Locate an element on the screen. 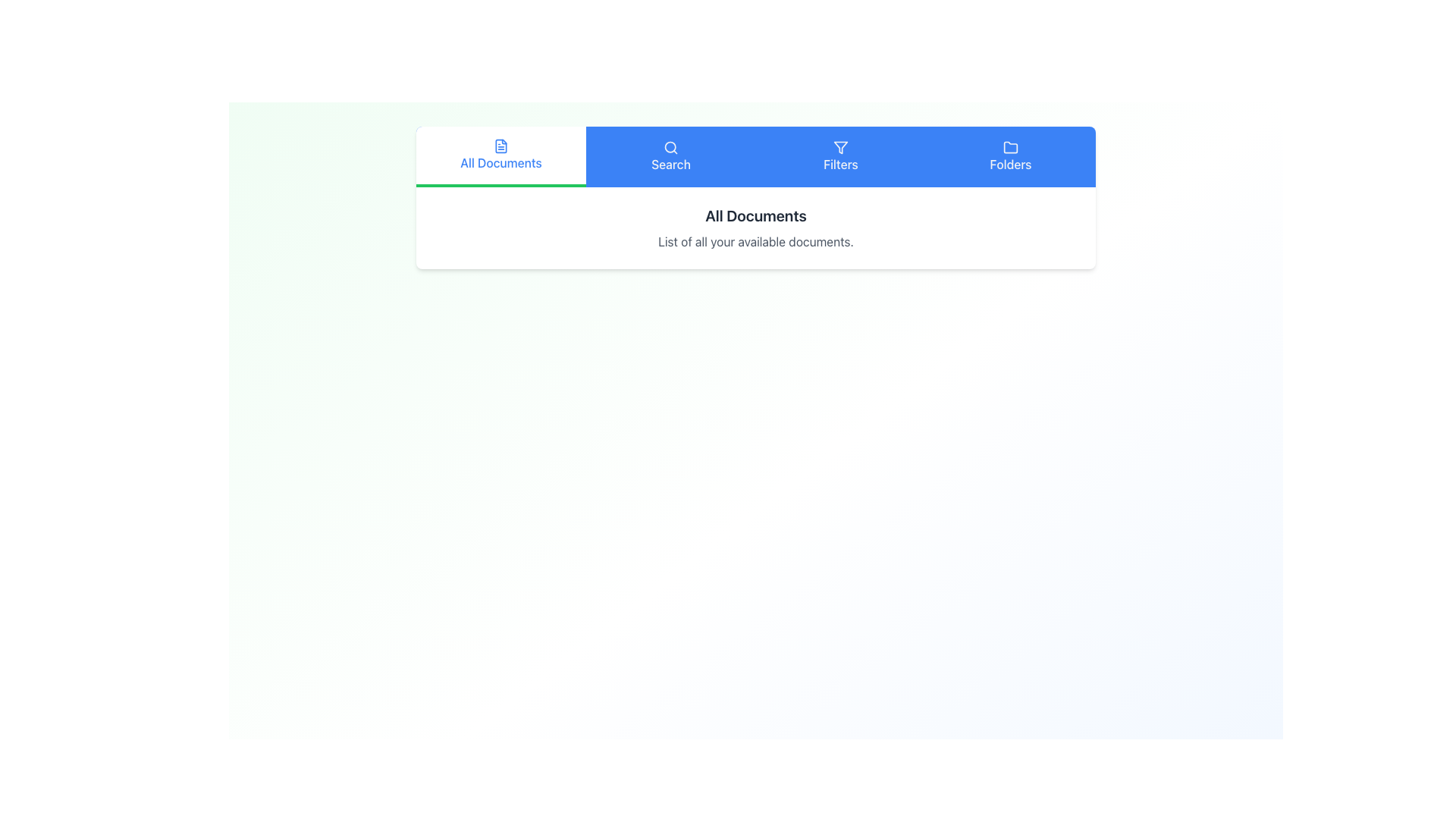 This screenshot has height=819, width=1456. the 'Filters' button, which is labeled with white text and a funnel icon on a blue background, located is located at coordinates (839, 157).